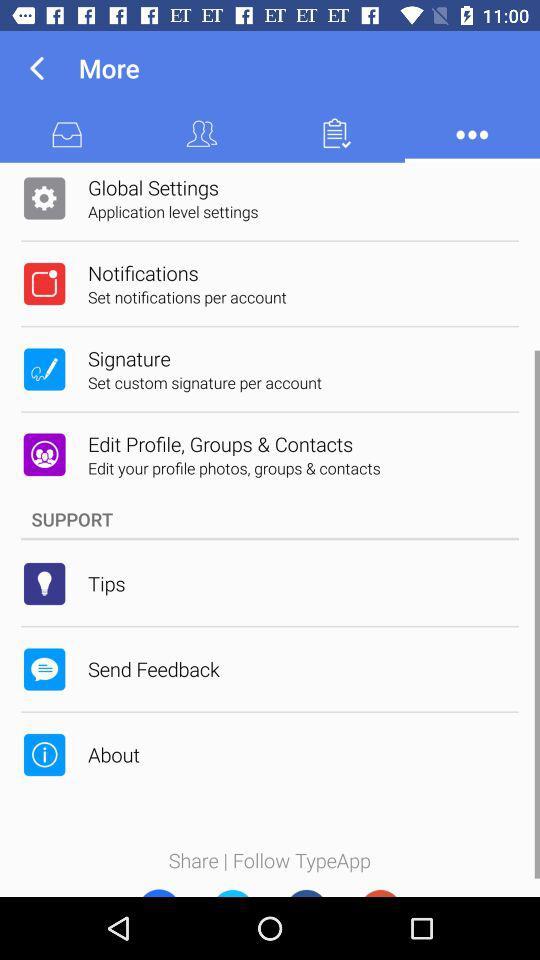  I want to click on icon next to more item, so click(36, 68).